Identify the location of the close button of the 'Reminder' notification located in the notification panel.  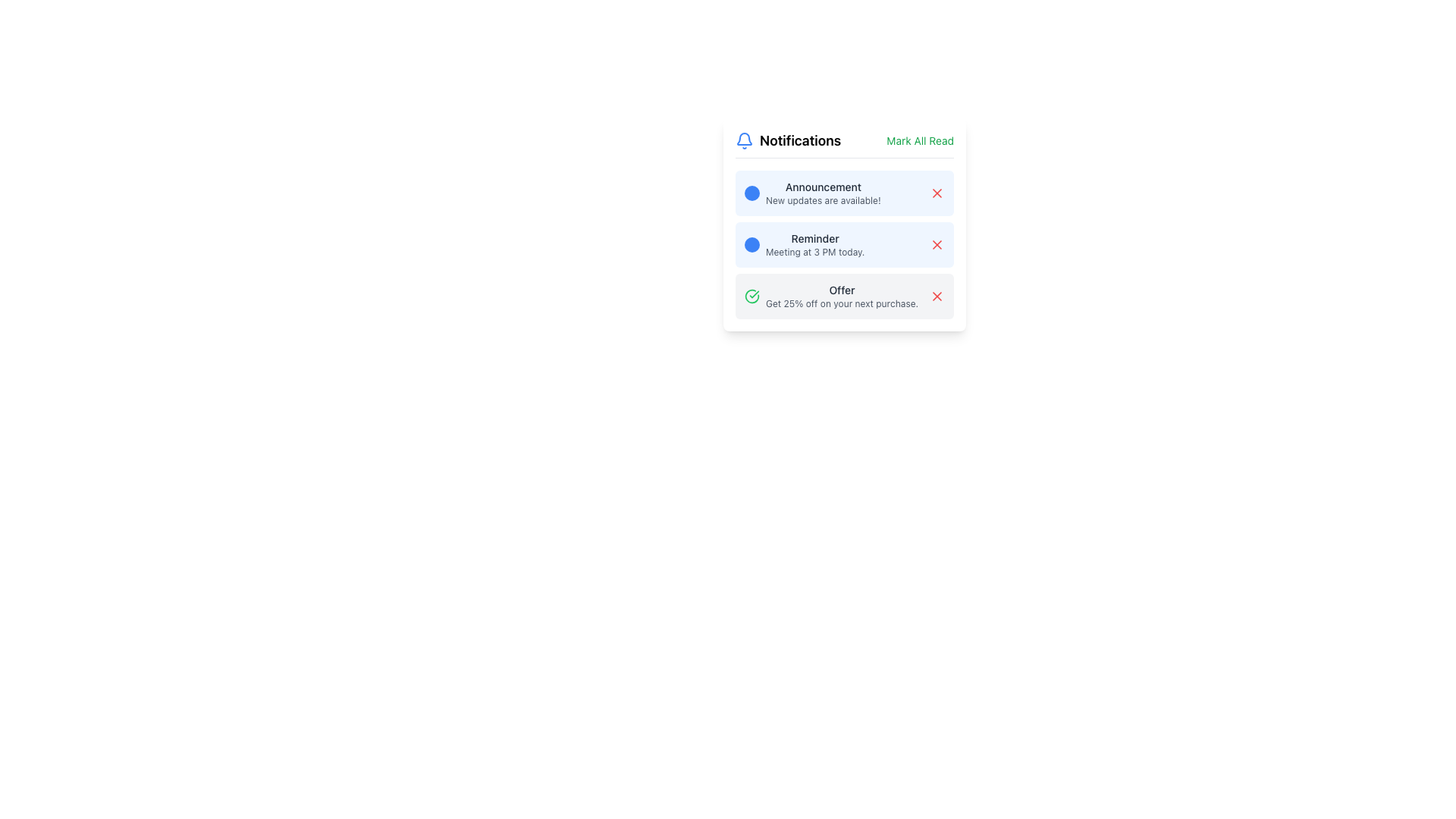
(937, 244).